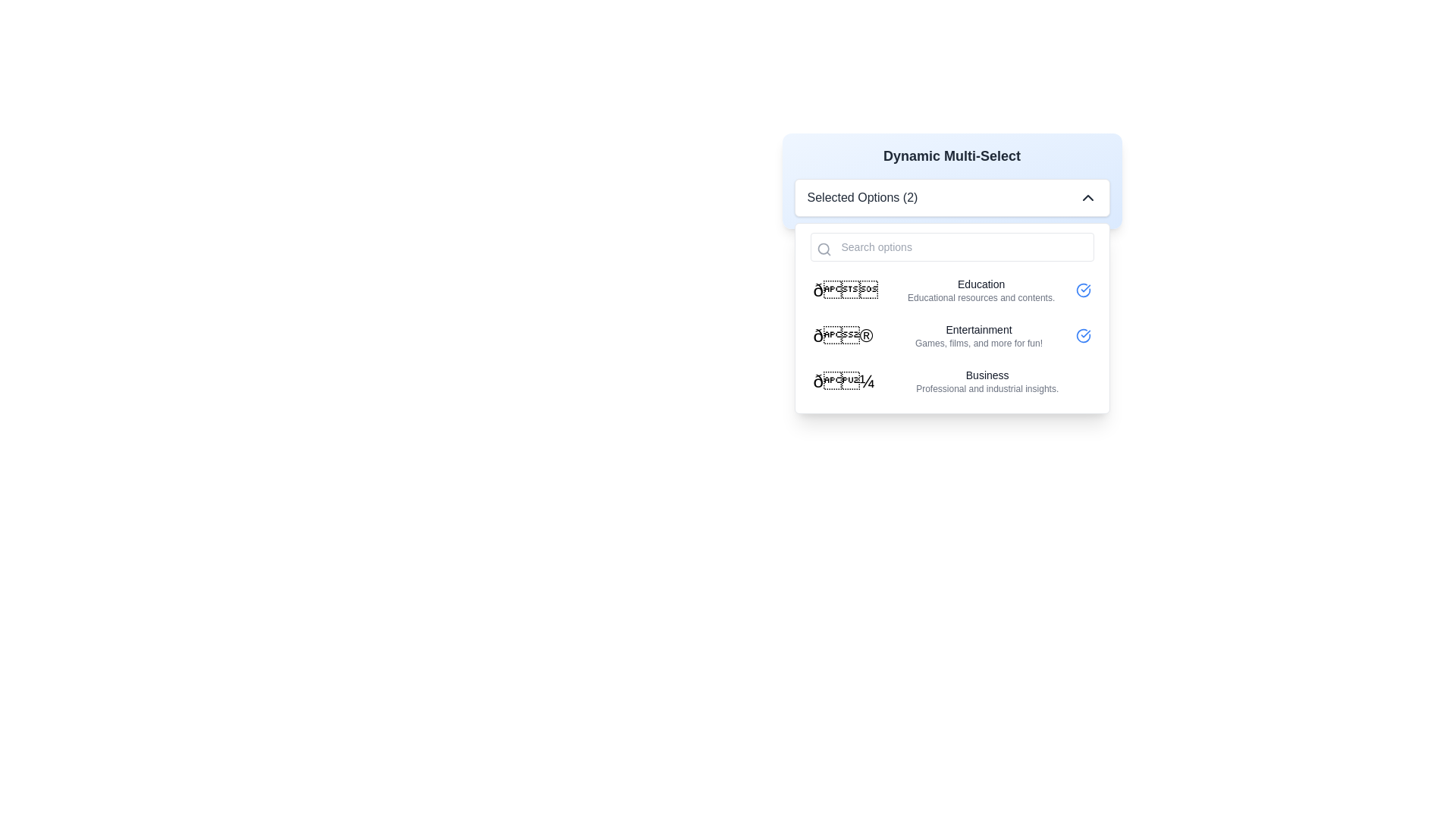 The image size is (1456, 819). What do you see at coordinates (979, 329) in the screenshot?
I see `the 'Entertainment' category text label in the 'Dynamic Multi-Select' dropdown list, which is positioned below 'Education' and above 'Business'` at bounding box center [979, 329].